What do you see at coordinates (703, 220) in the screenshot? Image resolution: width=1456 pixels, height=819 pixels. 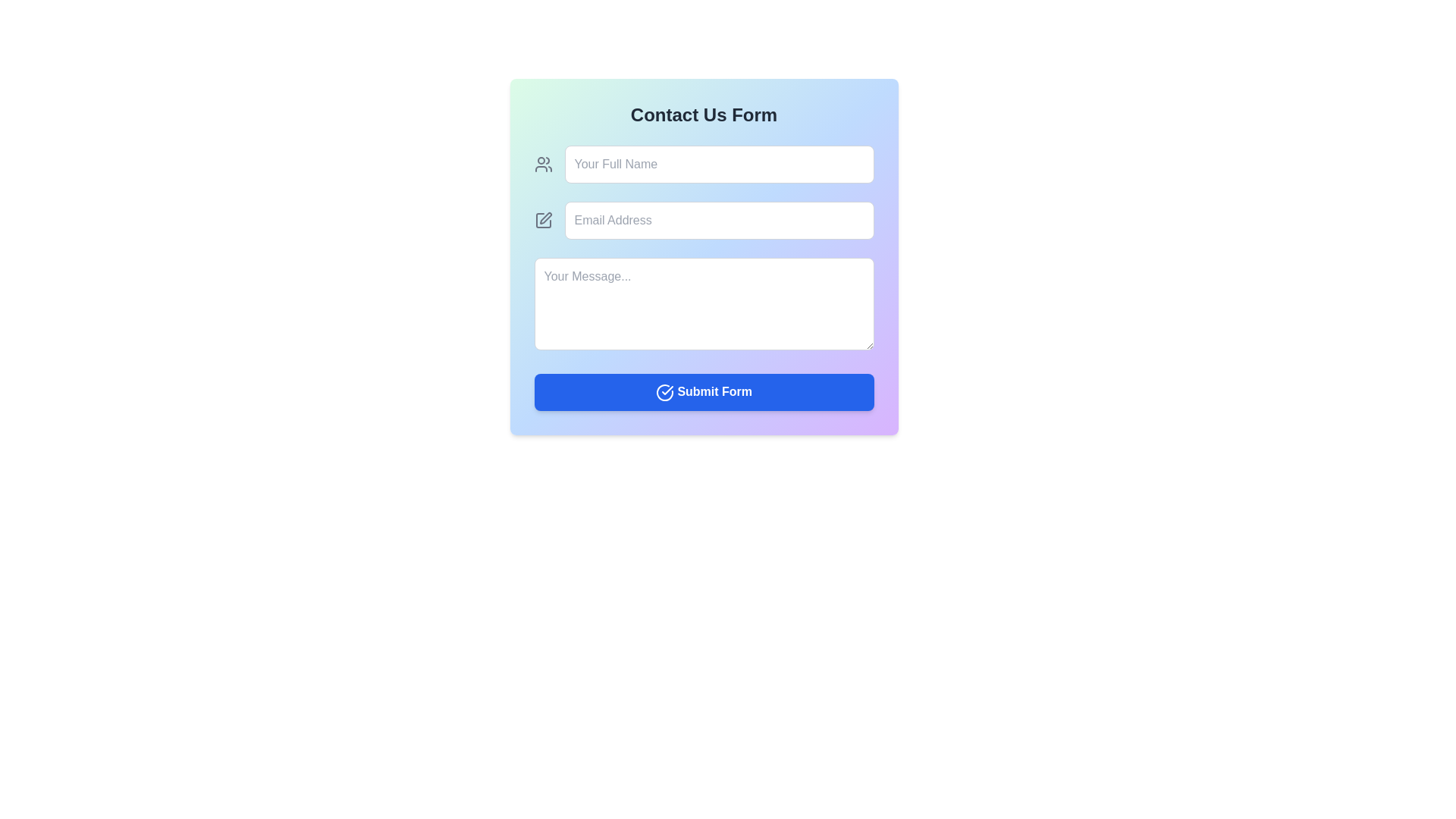 I see `the email input field in the 'Contact Us Form', which is the second input field below 'Your Full Name' and above 'Your Message...'` at bounding box center [703, 220].